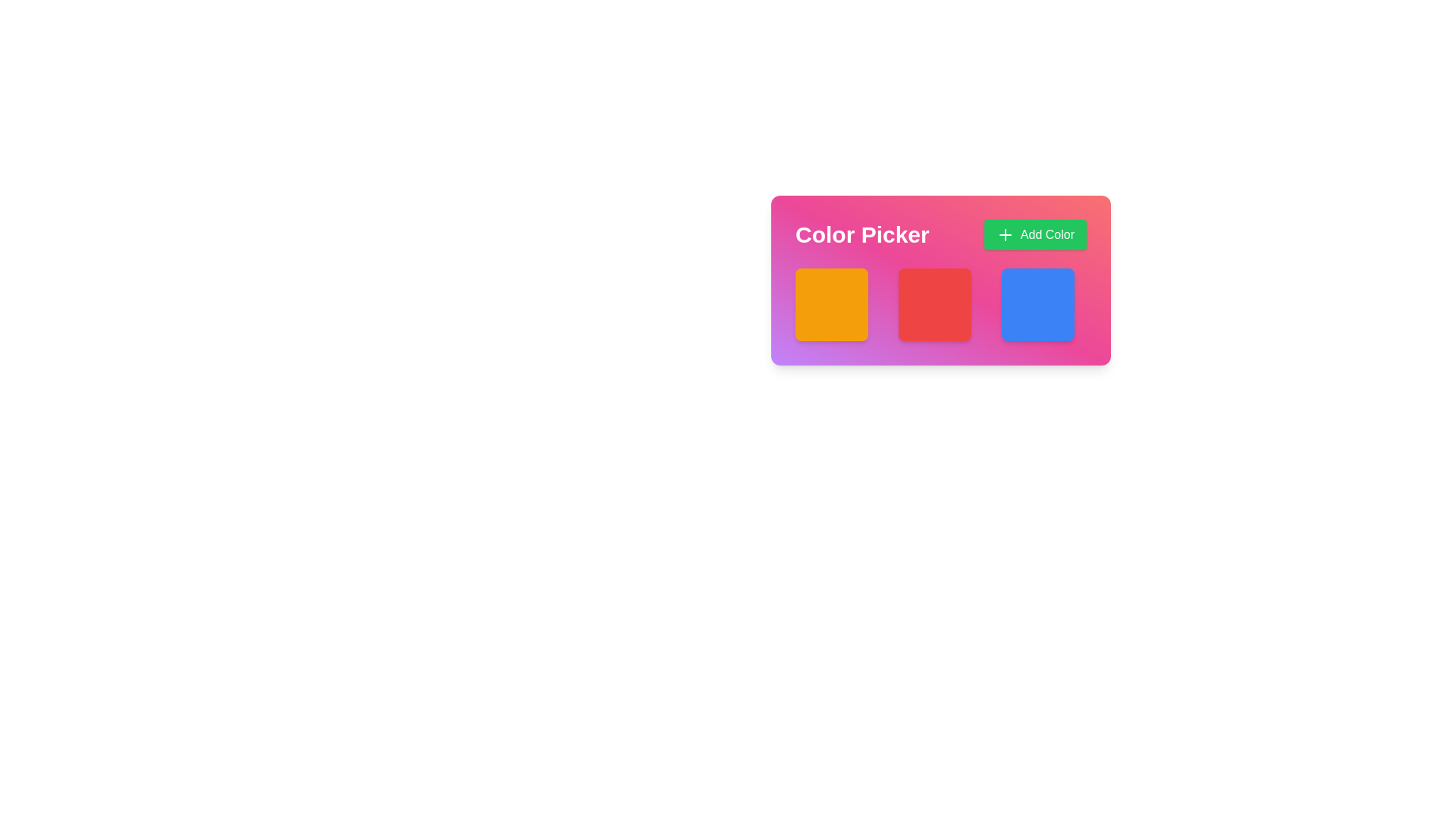 The height and width of the screenshot is (819, 1456). What do you see at coordinates (836, 304) in the screenshot?
I see `the color selection button on the far left of the color-picker interface` at bounding box center [836, 304].